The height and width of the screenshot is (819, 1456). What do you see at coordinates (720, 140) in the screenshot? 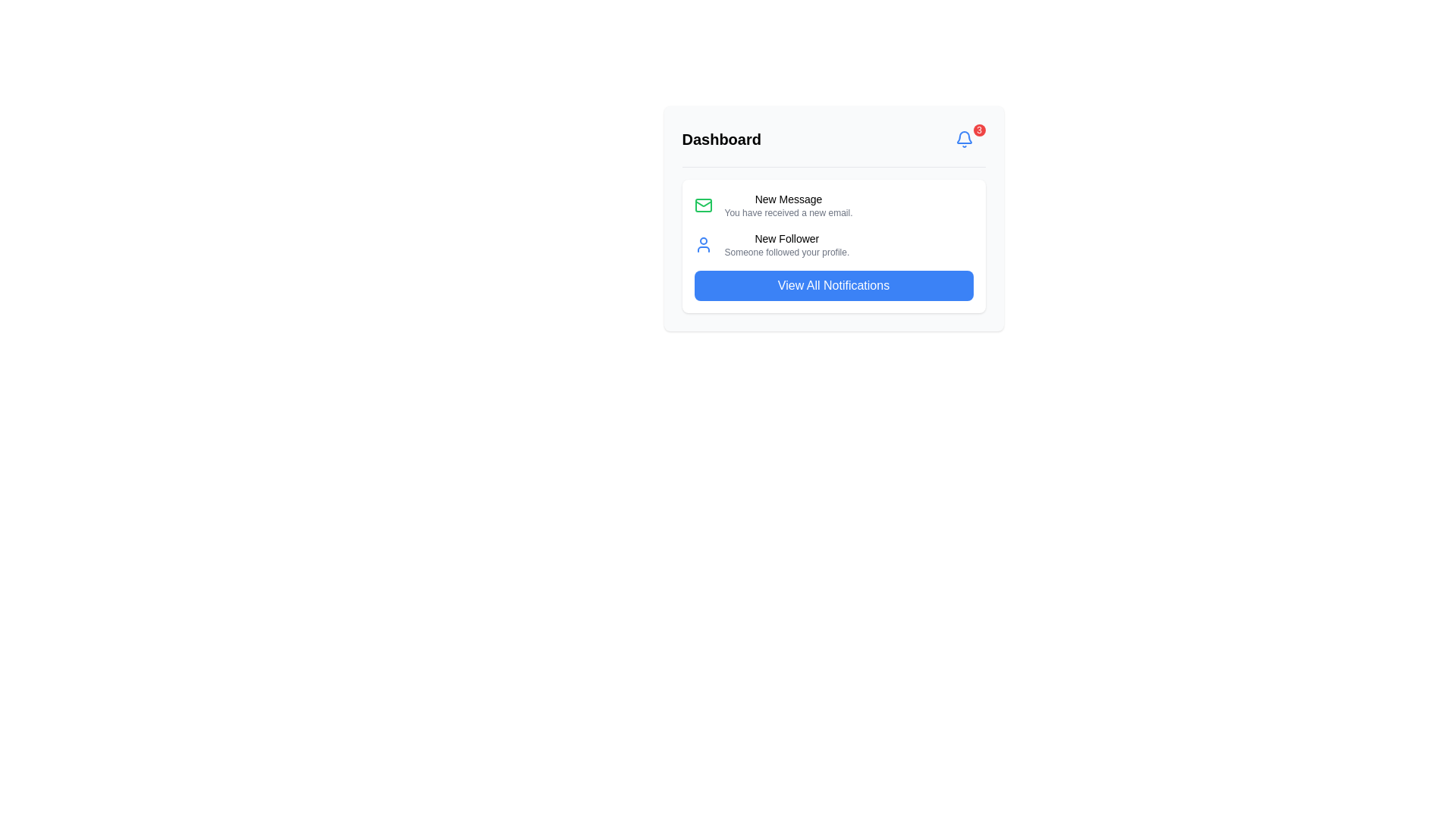
I see `the 'Dashboard' text label heading, which is styled in bold and larger font, located on the upper left side of a card-like component` at bounding box center [720, 140].